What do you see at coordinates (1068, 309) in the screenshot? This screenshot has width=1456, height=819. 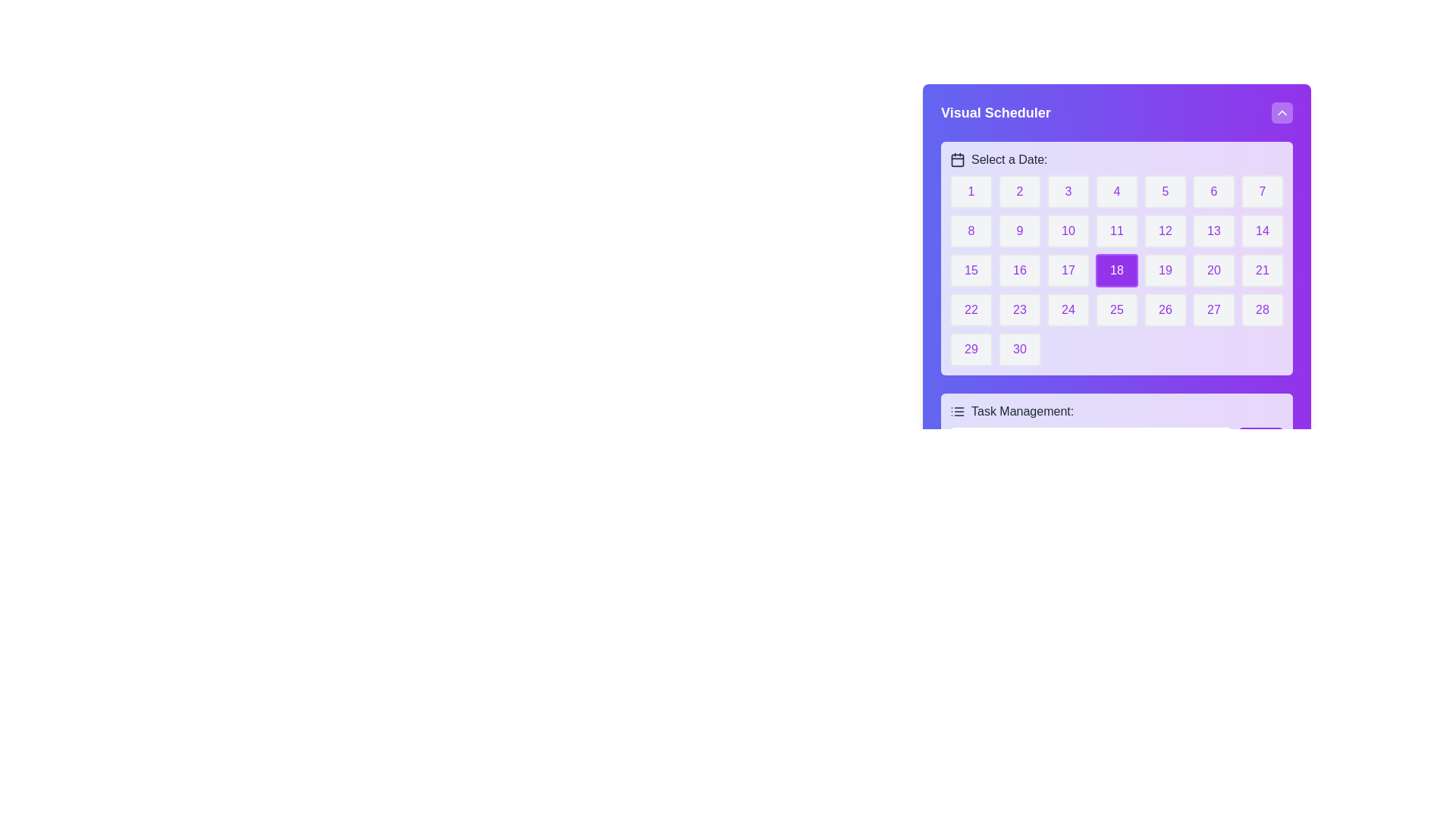 I see `the button for the 24th day in the calendar interface` at bounding box center [1068, 309].